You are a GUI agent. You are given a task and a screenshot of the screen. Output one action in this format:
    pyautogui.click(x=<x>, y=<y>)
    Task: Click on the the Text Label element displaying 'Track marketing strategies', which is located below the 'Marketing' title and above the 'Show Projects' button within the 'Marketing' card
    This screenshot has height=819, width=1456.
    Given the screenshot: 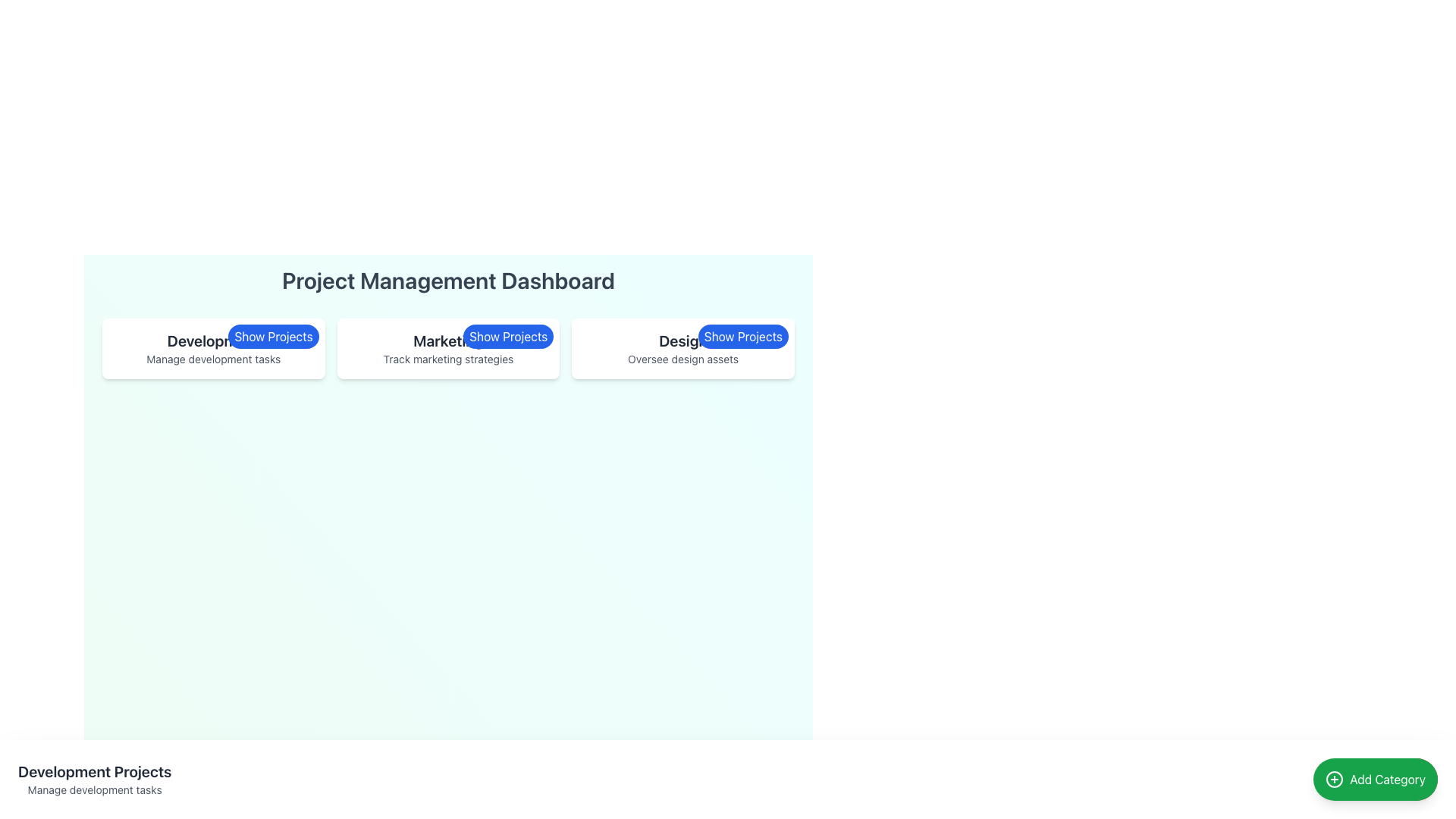 What is the action you would take?
    pyautogui.click(x=447, y=359)
    